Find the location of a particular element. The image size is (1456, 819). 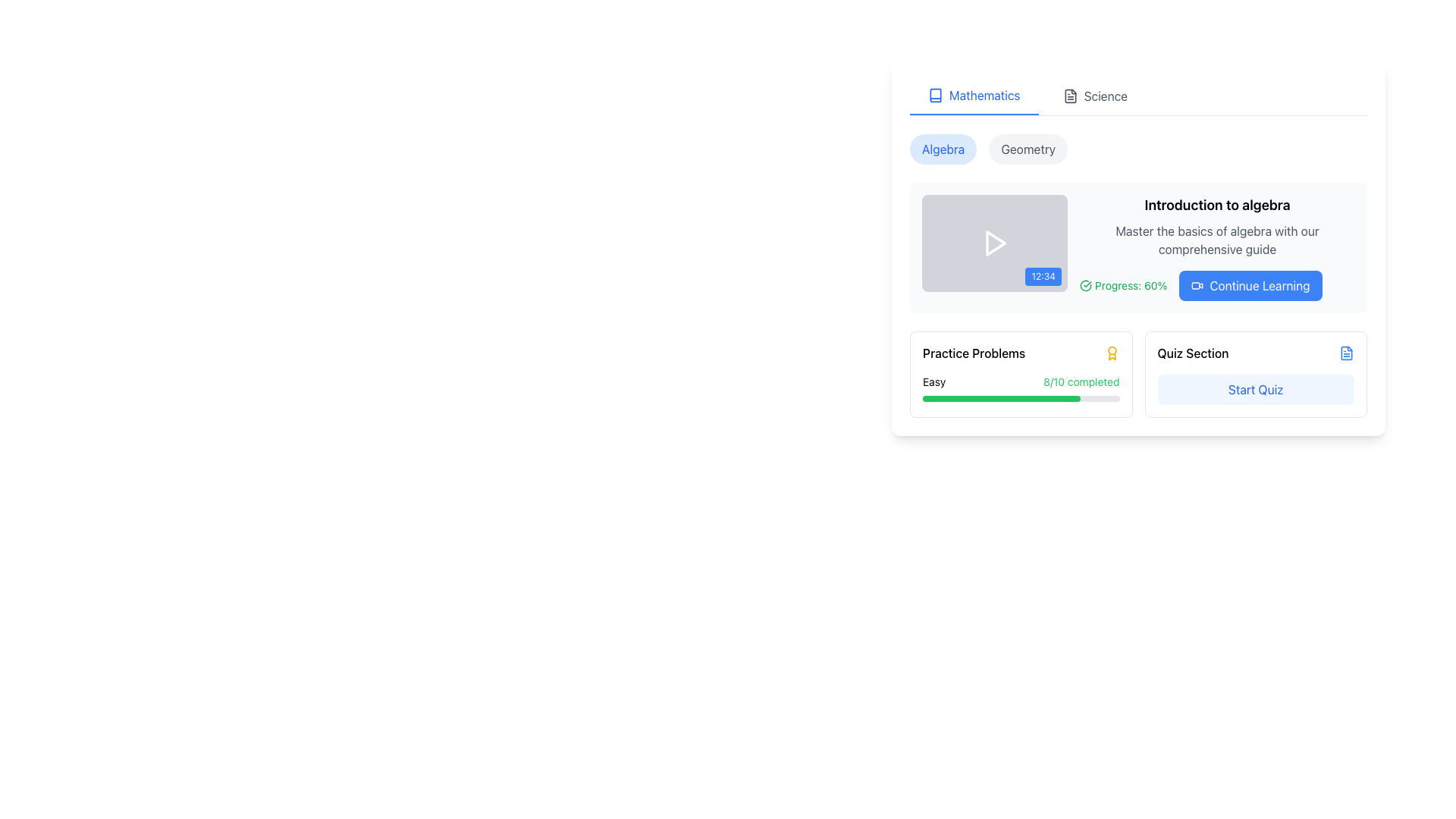

the first icon in the navigation bar, which serves as a shortcut to educational resources is located at coordinates (934, 94).